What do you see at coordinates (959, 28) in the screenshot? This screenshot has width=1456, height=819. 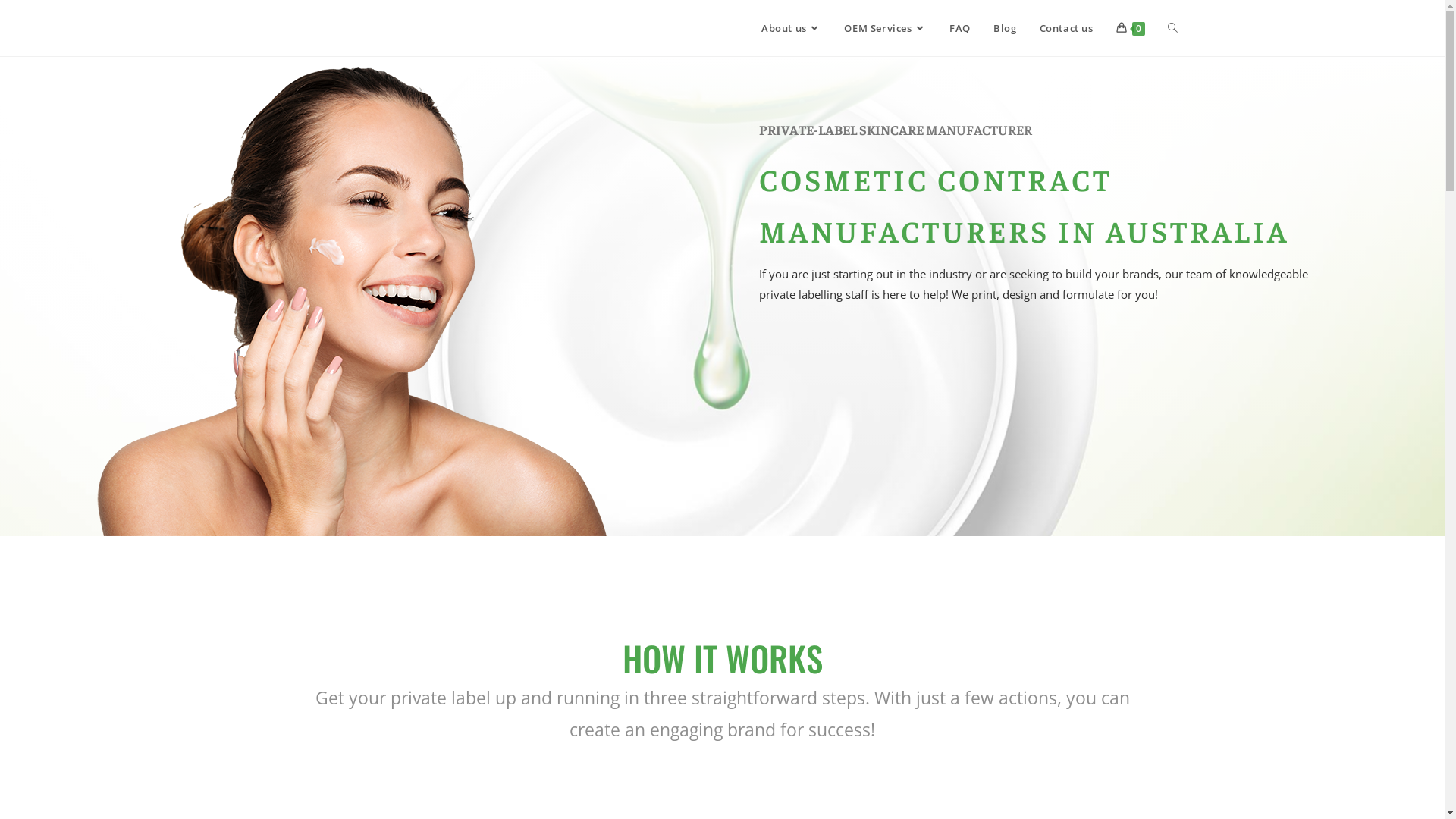 I see `'FAQ'` at bounding box center [959, 28].